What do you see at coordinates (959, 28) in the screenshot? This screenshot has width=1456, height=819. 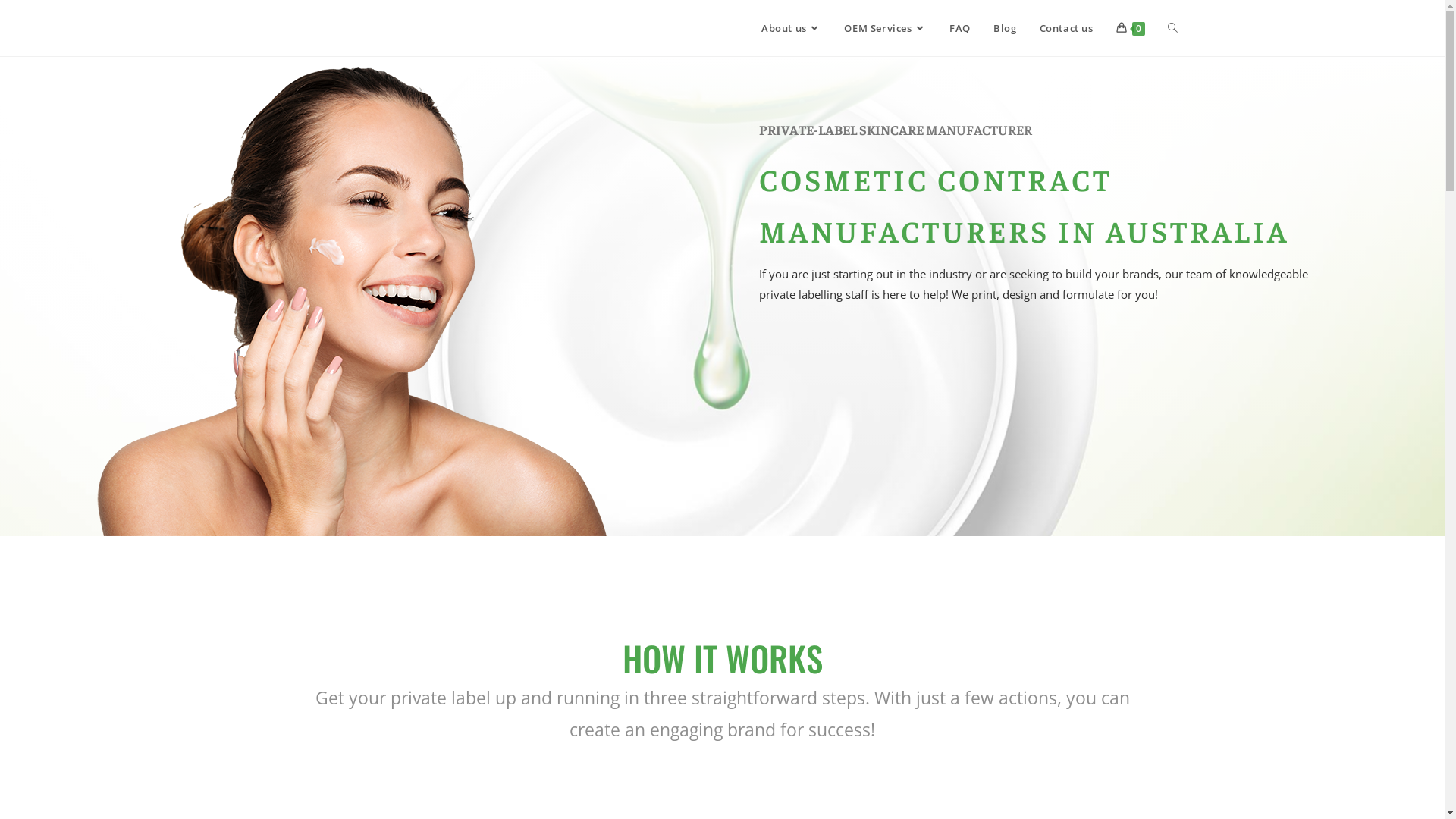 I see `'FAQ'` at bounding box center [959, 28].